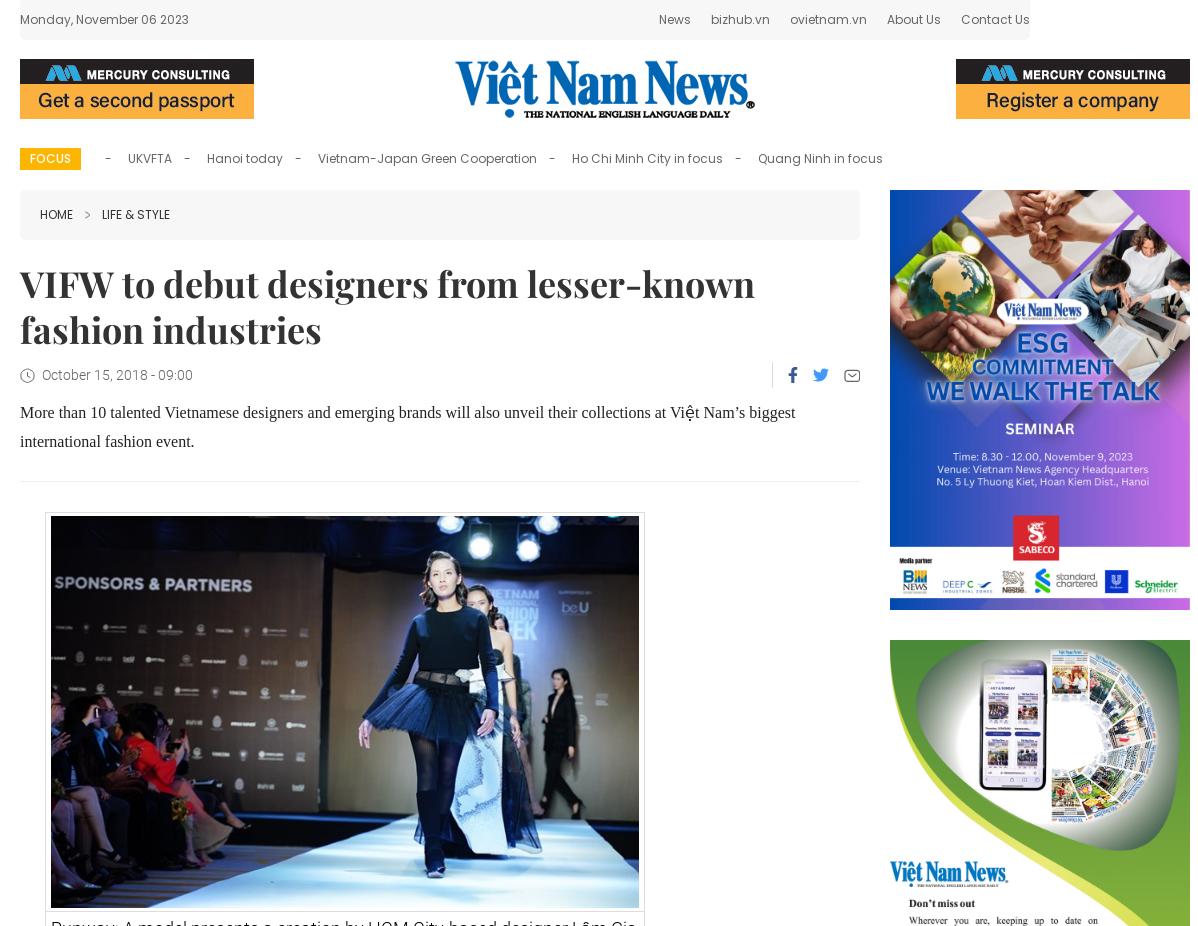 Image resolution: width=1198 pixels, height=926 pixels. I want to click on 'Opinion', so click(788, 24).